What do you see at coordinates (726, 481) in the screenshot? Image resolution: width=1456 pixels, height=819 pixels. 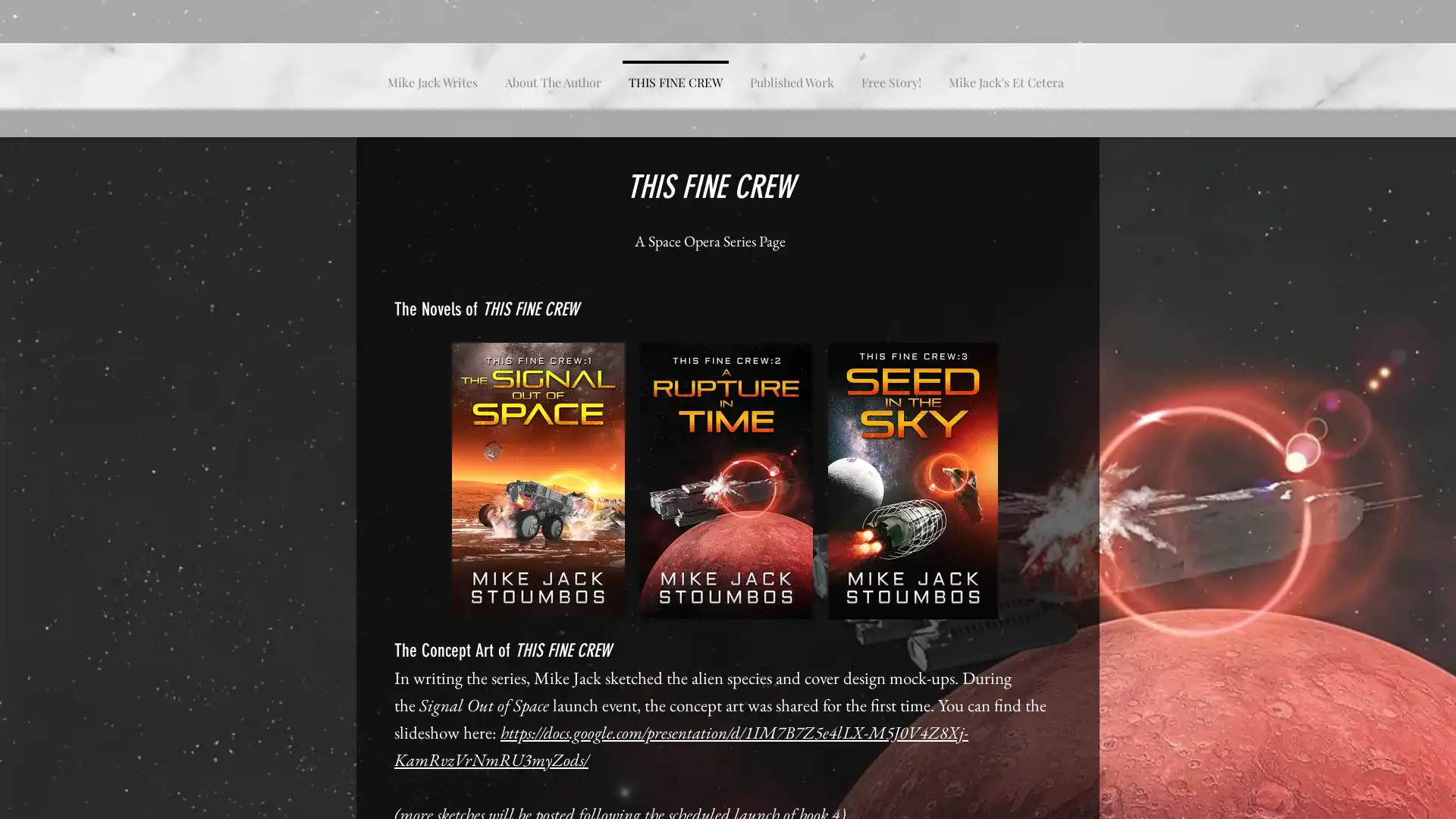 I see `A Rupture in Time TFC2 Kindle Cover.jpg` at bounding box center [726, 481].